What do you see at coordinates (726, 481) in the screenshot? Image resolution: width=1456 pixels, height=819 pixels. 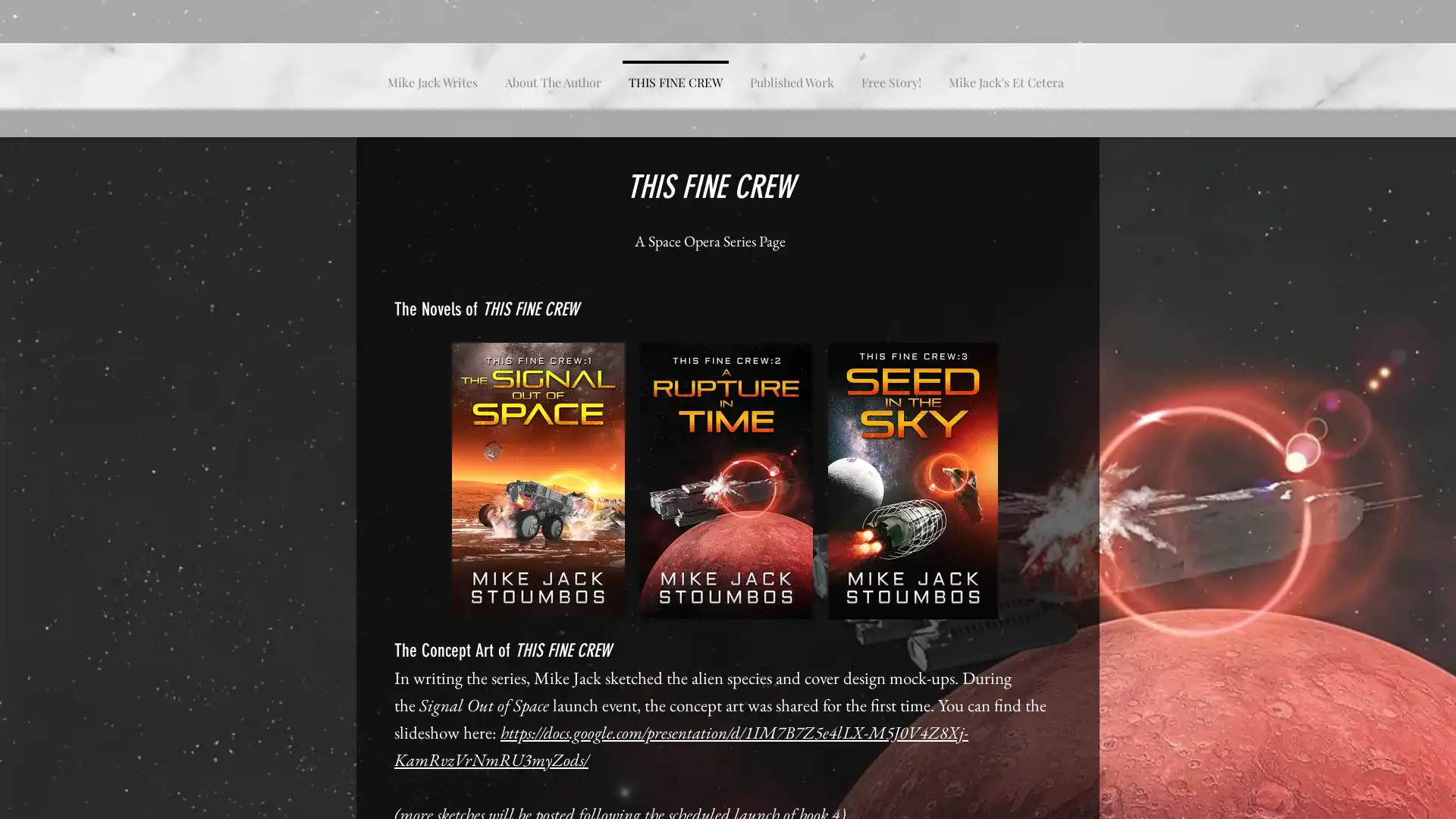 I see `A Rupture in Time TFC2 Kindle Cover.jpg` at bounding box center [726, 481].